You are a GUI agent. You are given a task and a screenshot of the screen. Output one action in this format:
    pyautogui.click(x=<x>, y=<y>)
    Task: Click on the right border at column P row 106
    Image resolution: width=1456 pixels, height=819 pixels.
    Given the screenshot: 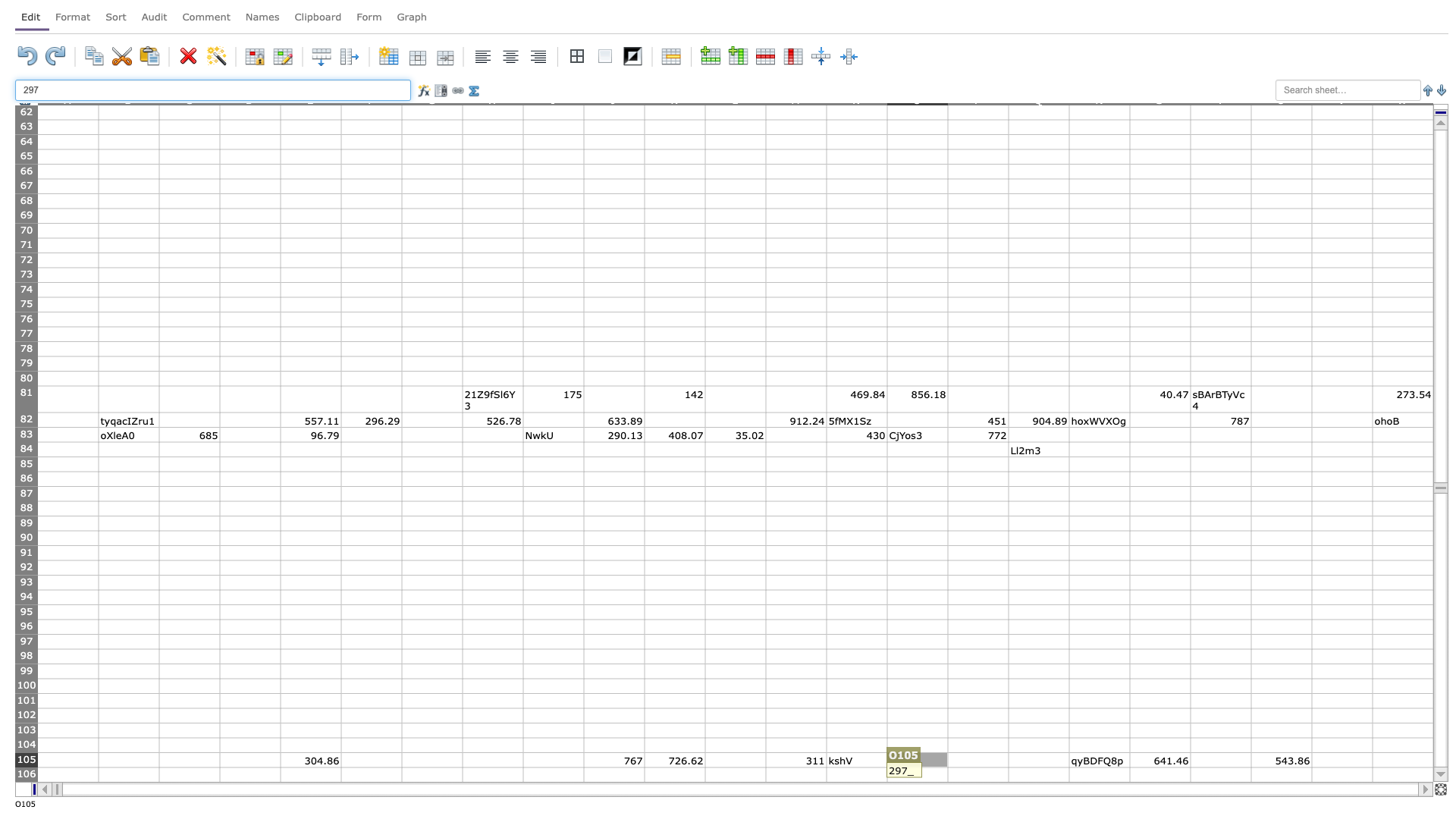 What is the action you would take?
    pyautogui.click(x=1008, y=774)
    